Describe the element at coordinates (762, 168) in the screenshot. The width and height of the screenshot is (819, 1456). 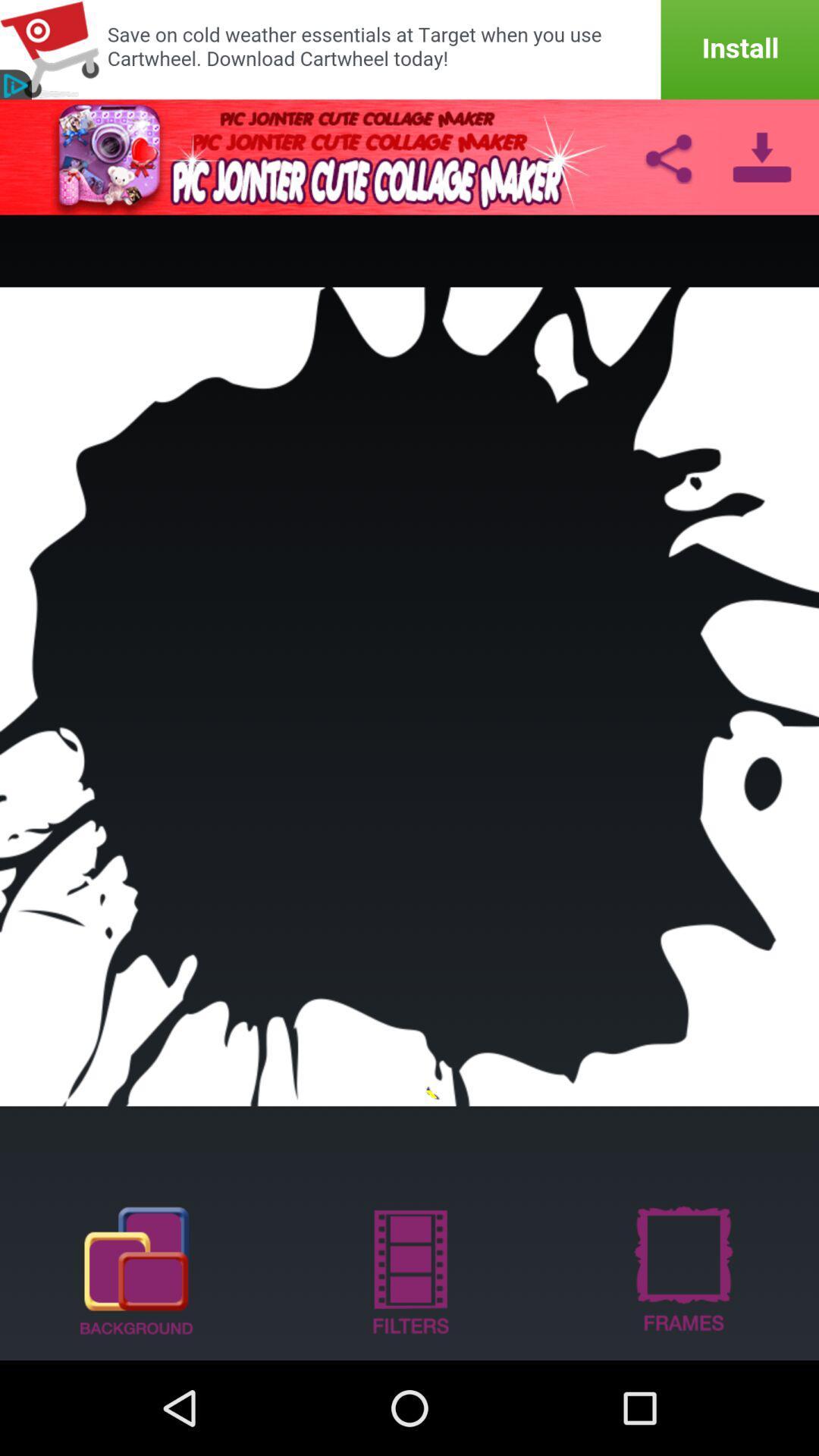
I see `the file_download icon` at that location.